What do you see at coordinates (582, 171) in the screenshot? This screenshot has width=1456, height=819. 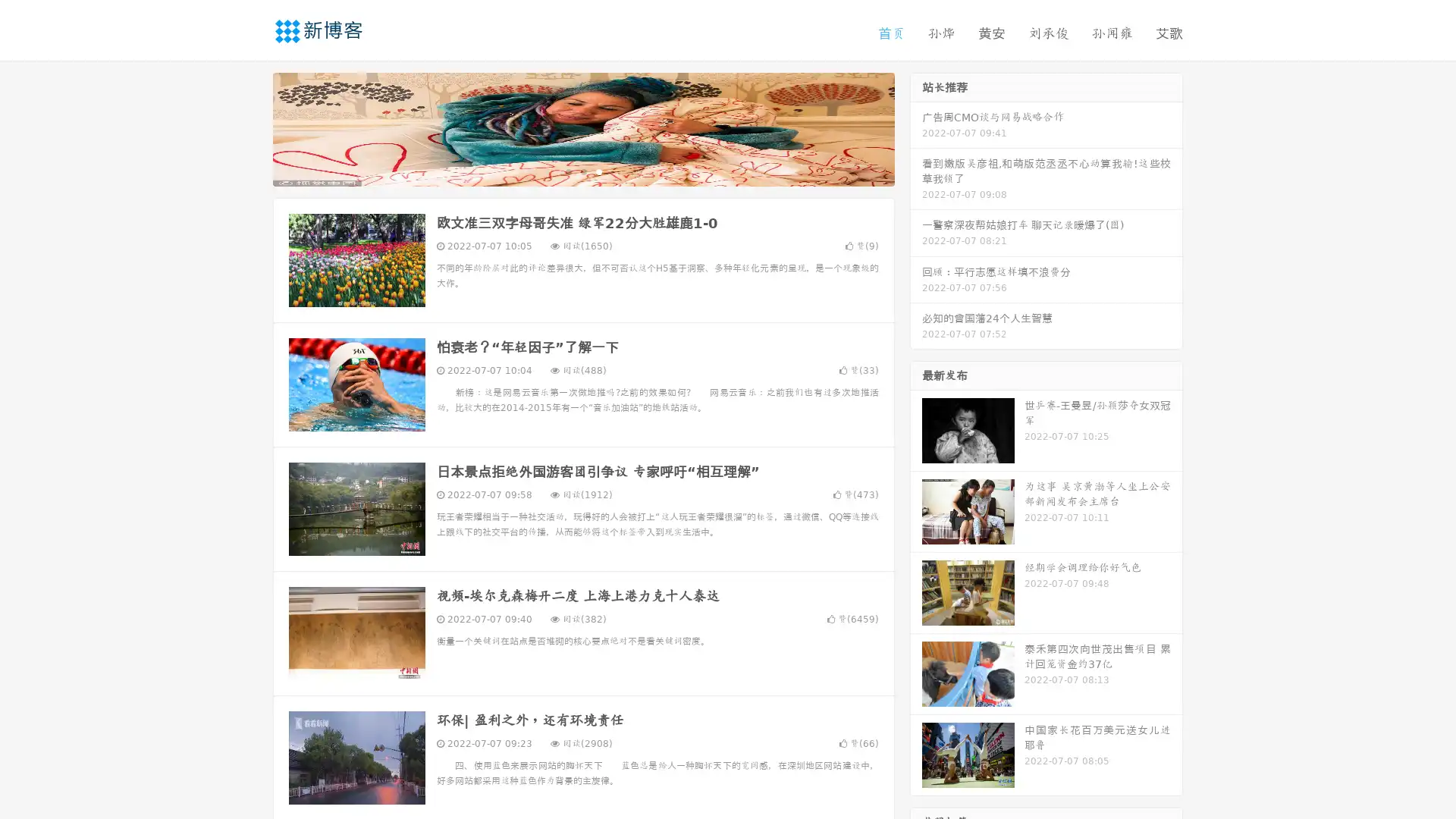 I see `Go to slide 2` at bounding box center [582, 171].